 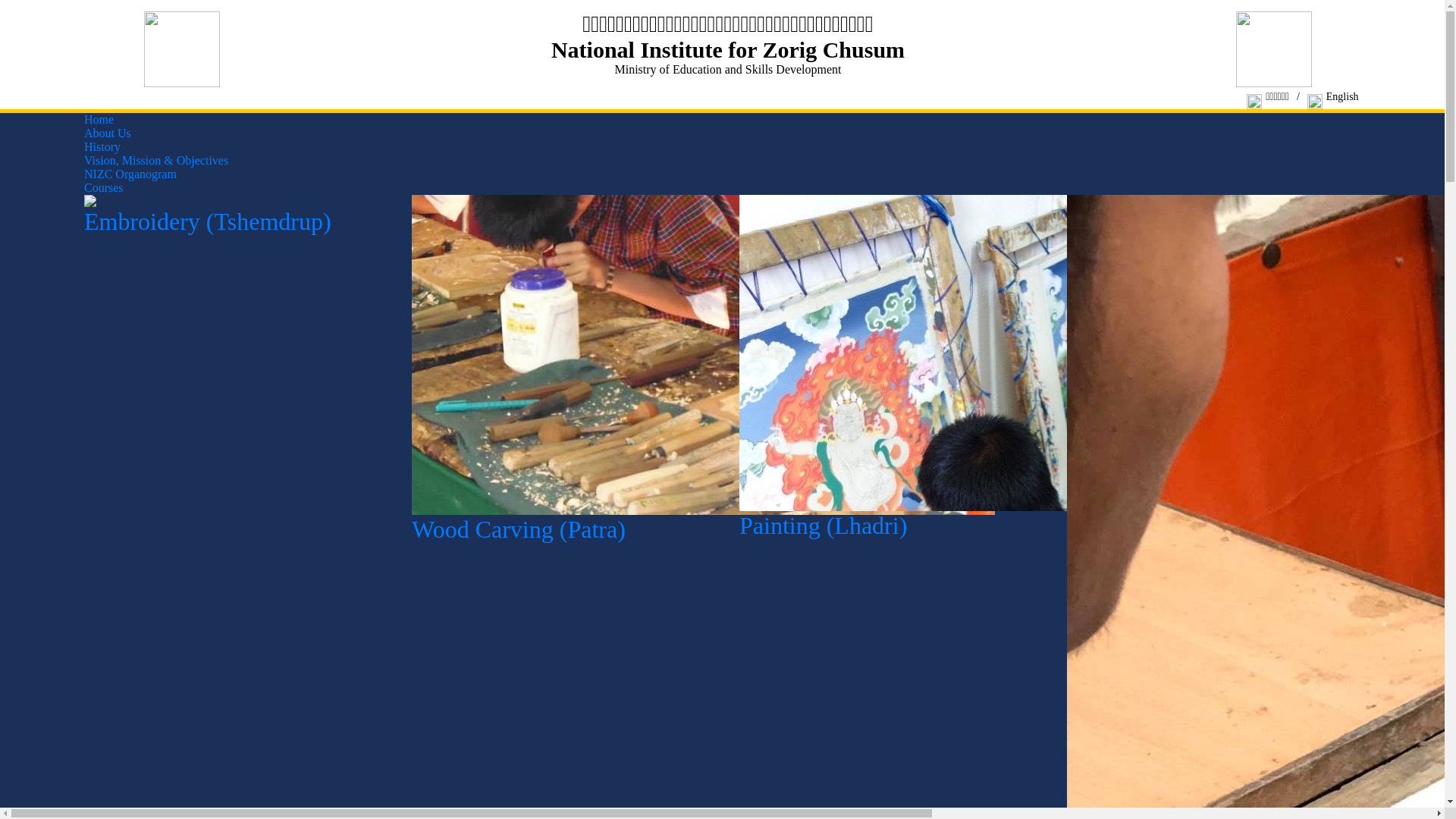 What do you see at coordinates (83, 160) in the screenshot?
I see `'Vision, Mission & Objectives'` at bounding box center [83, 160].